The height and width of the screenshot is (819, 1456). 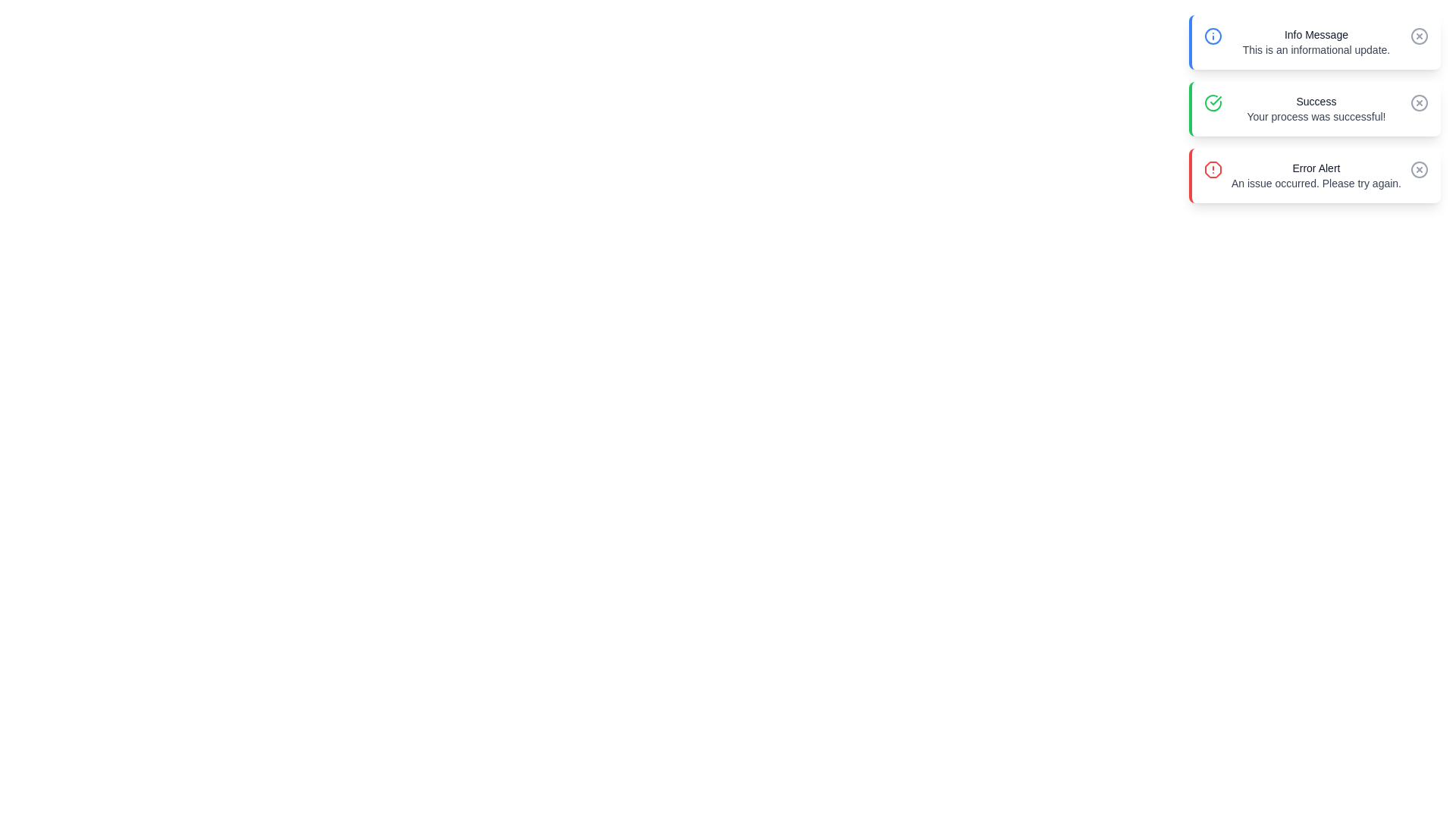 I want to click on the Text label that serves as the title for the informational message box, which is positioned at the top of the blue-highlighted box, so click(x=1315, y=34).